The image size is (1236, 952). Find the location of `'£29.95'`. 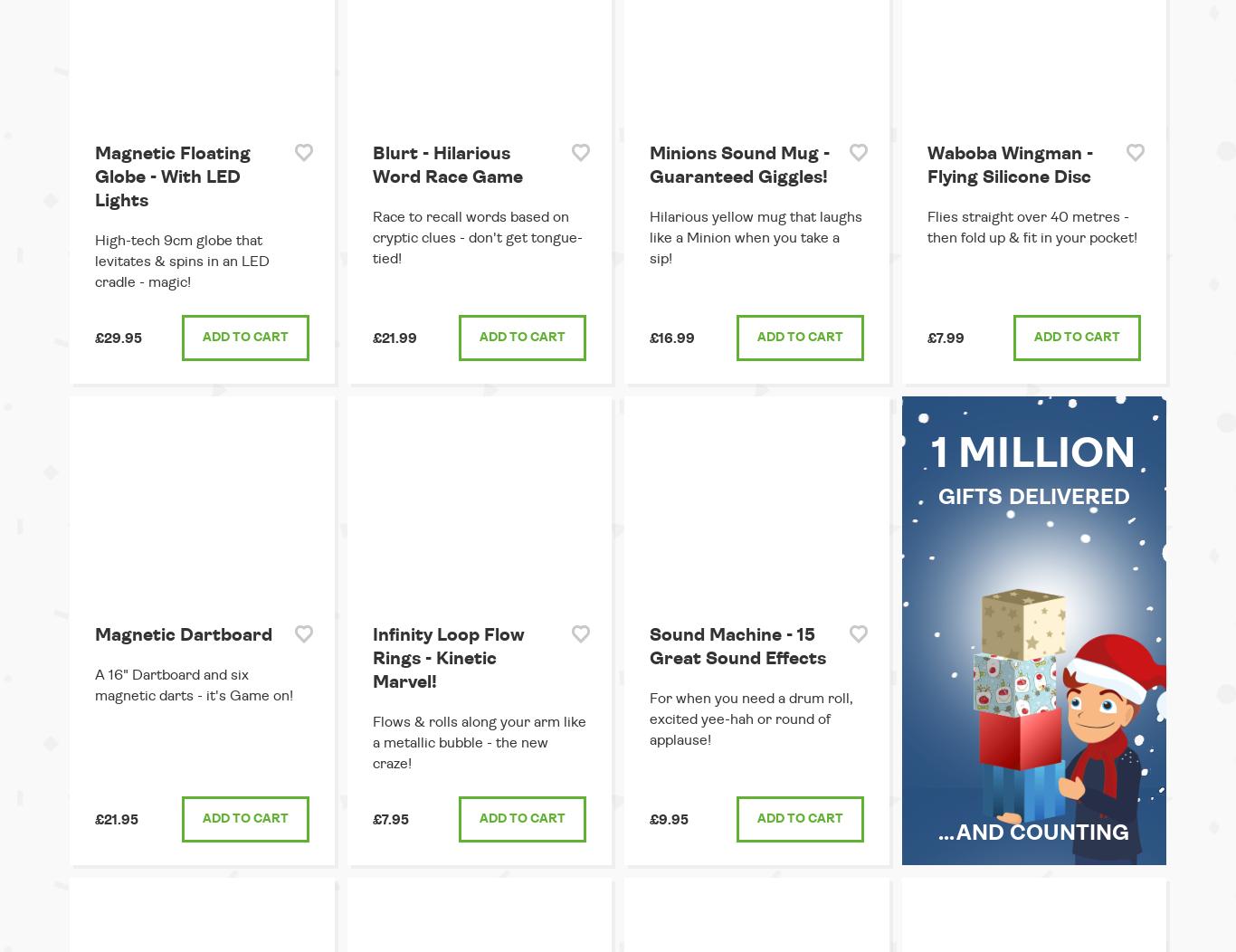

'£29.95' is located at coordinates (95, 338).